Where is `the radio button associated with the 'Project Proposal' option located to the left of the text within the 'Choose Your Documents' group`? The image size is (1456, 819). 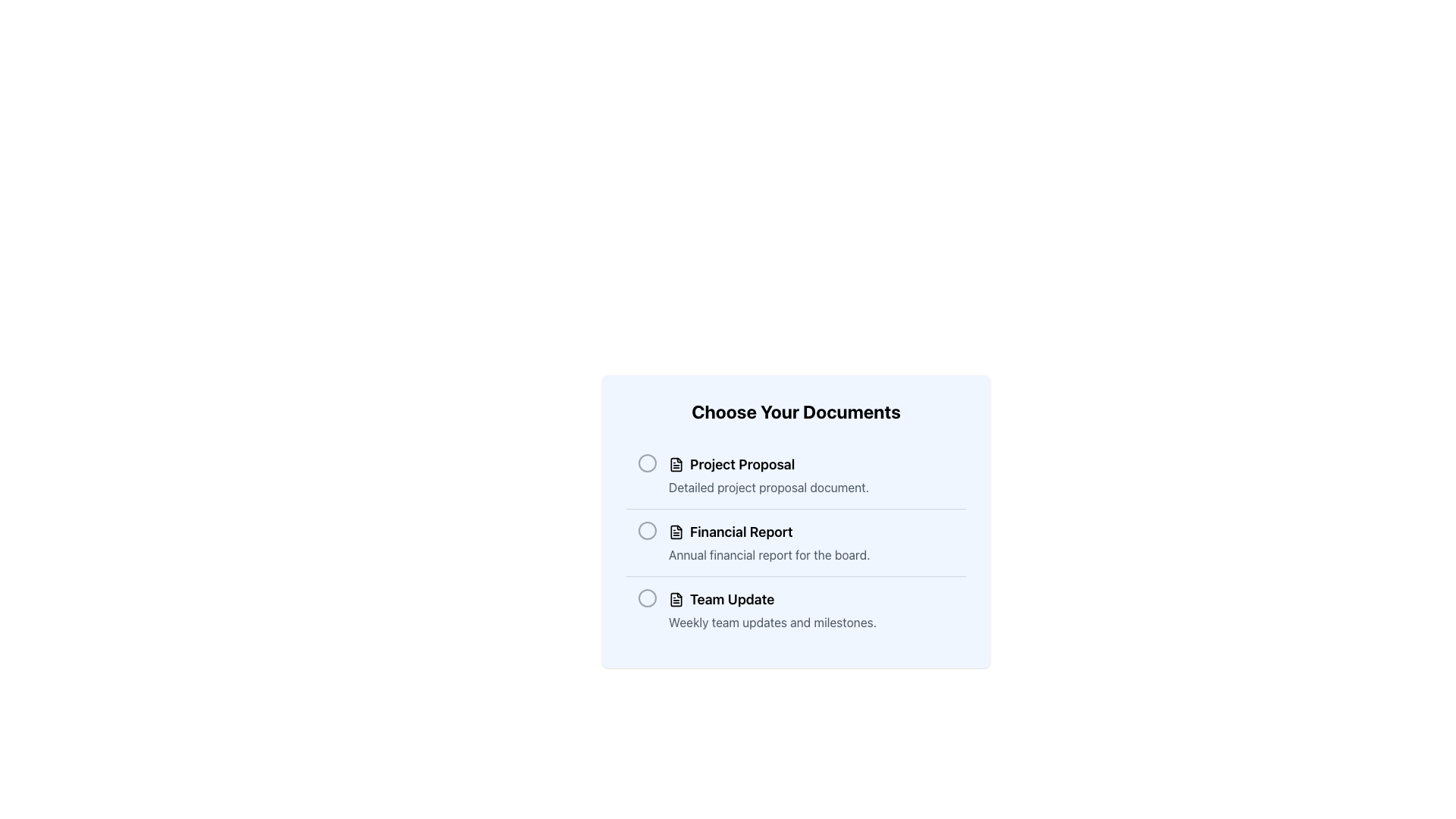 the radio button associated with the 'Project Proposal' option located to the left of the text within the 'Choose Your Documents' group is located at coordinates (648, 462).